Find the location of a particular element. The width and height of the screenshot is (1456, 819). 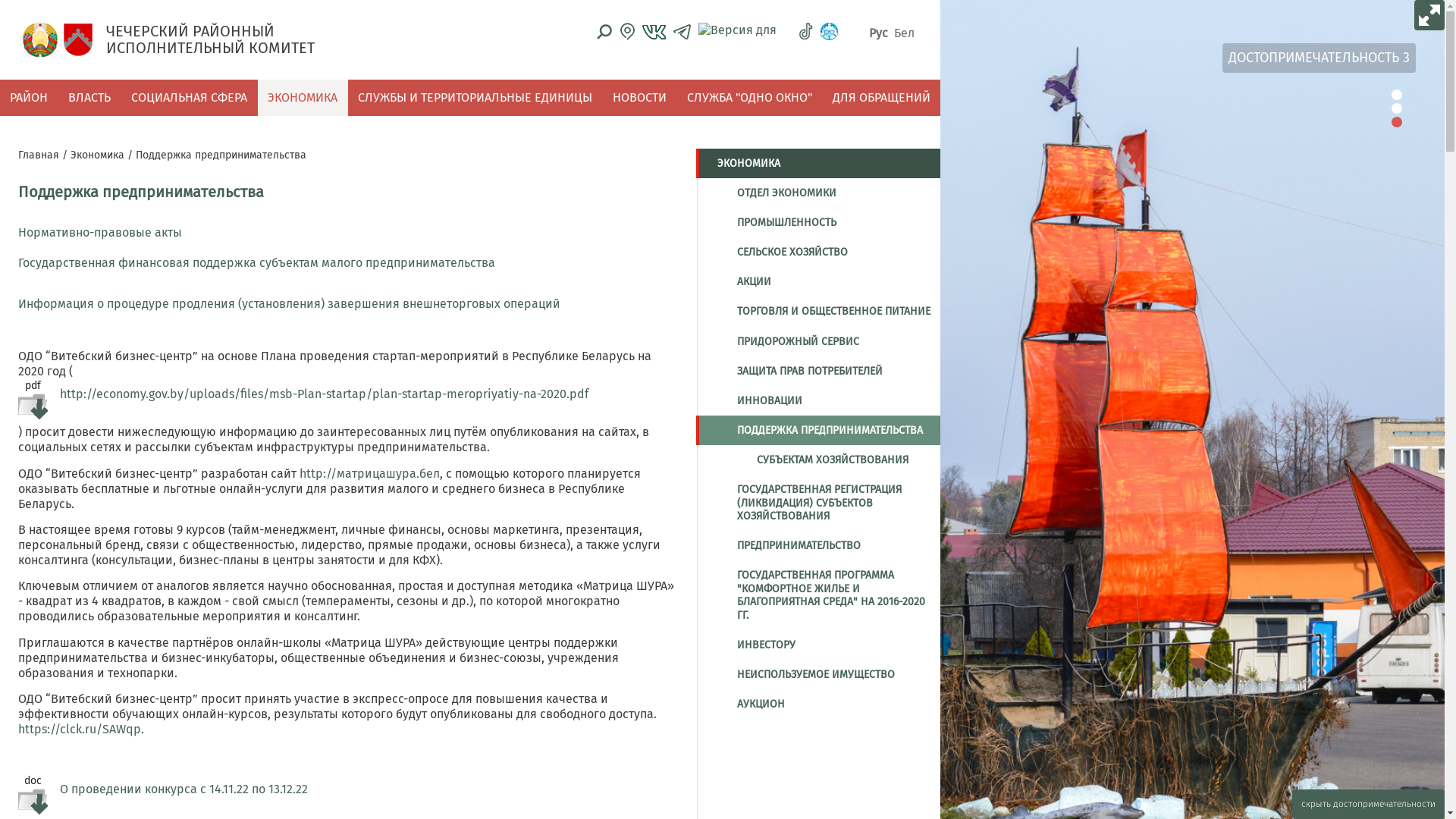

'2' is located at coordinates (1396, 107).